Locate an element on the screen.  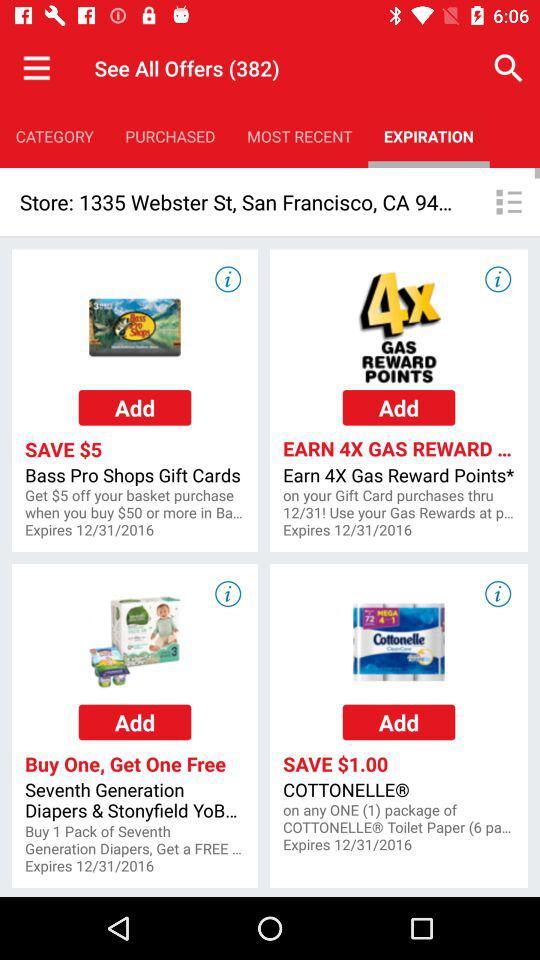
item next to the store 1335 webster is located at coordinates (509, 202).